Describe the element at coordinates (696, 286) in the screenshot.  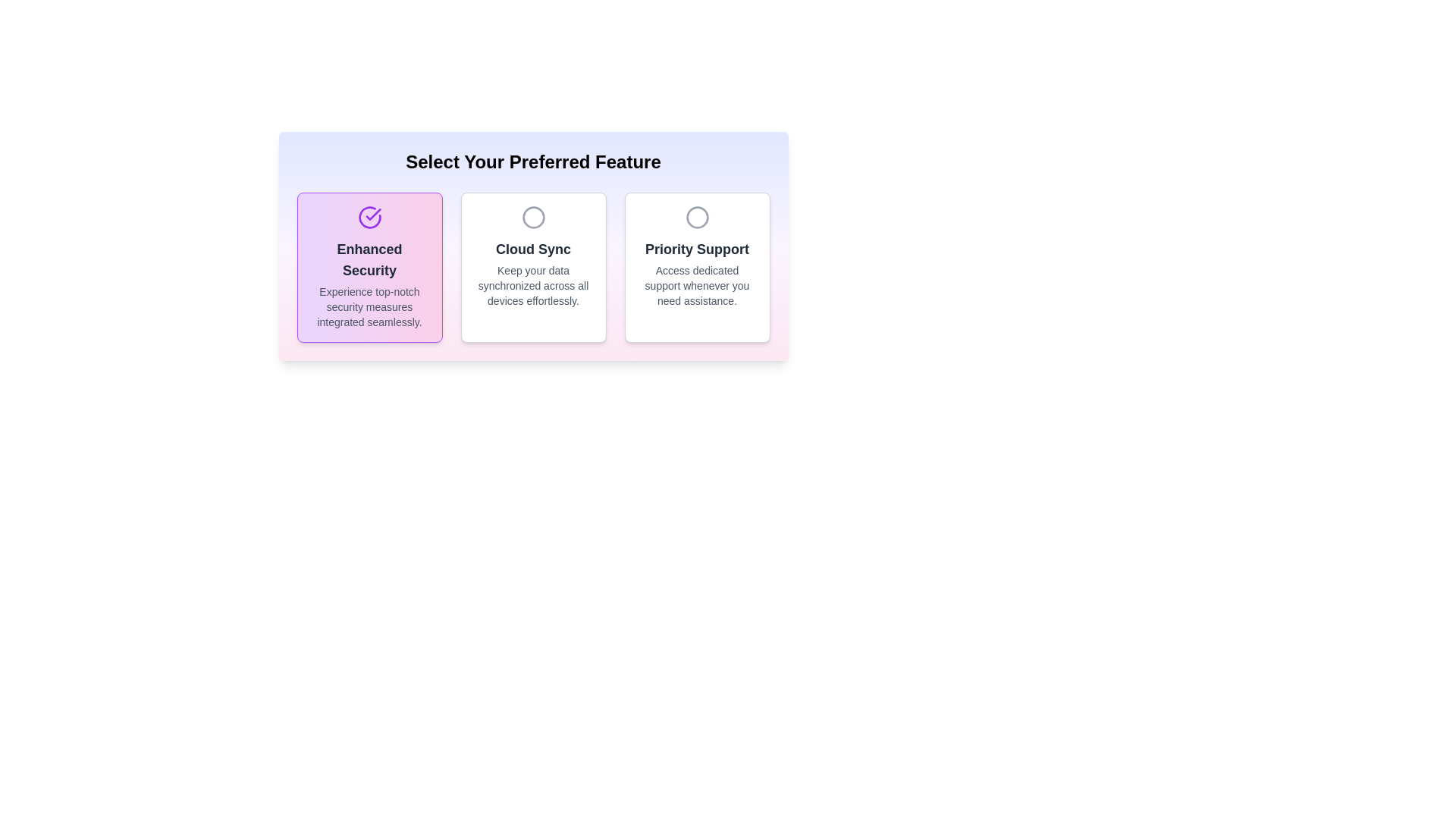
I see `the text snippet that reads "Access dedicated support whenever you need assistance." located at the bottom center of the "Priority Support" box` at that location.